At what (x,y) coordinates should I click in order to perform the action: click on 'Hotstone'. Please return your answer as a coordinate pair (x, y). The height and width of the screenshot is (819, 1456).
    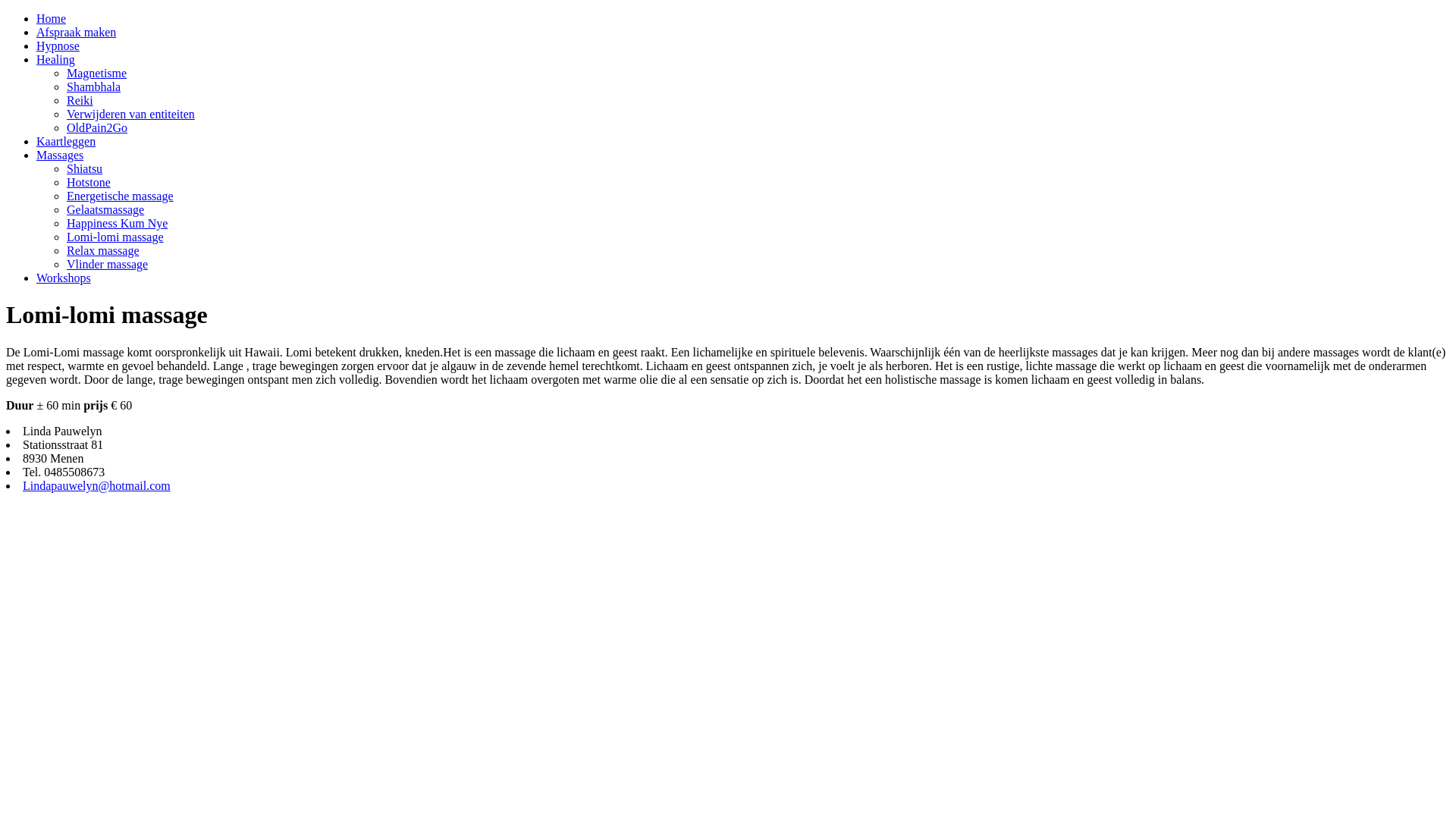
    Looking at the image, I should click on (87, 181).